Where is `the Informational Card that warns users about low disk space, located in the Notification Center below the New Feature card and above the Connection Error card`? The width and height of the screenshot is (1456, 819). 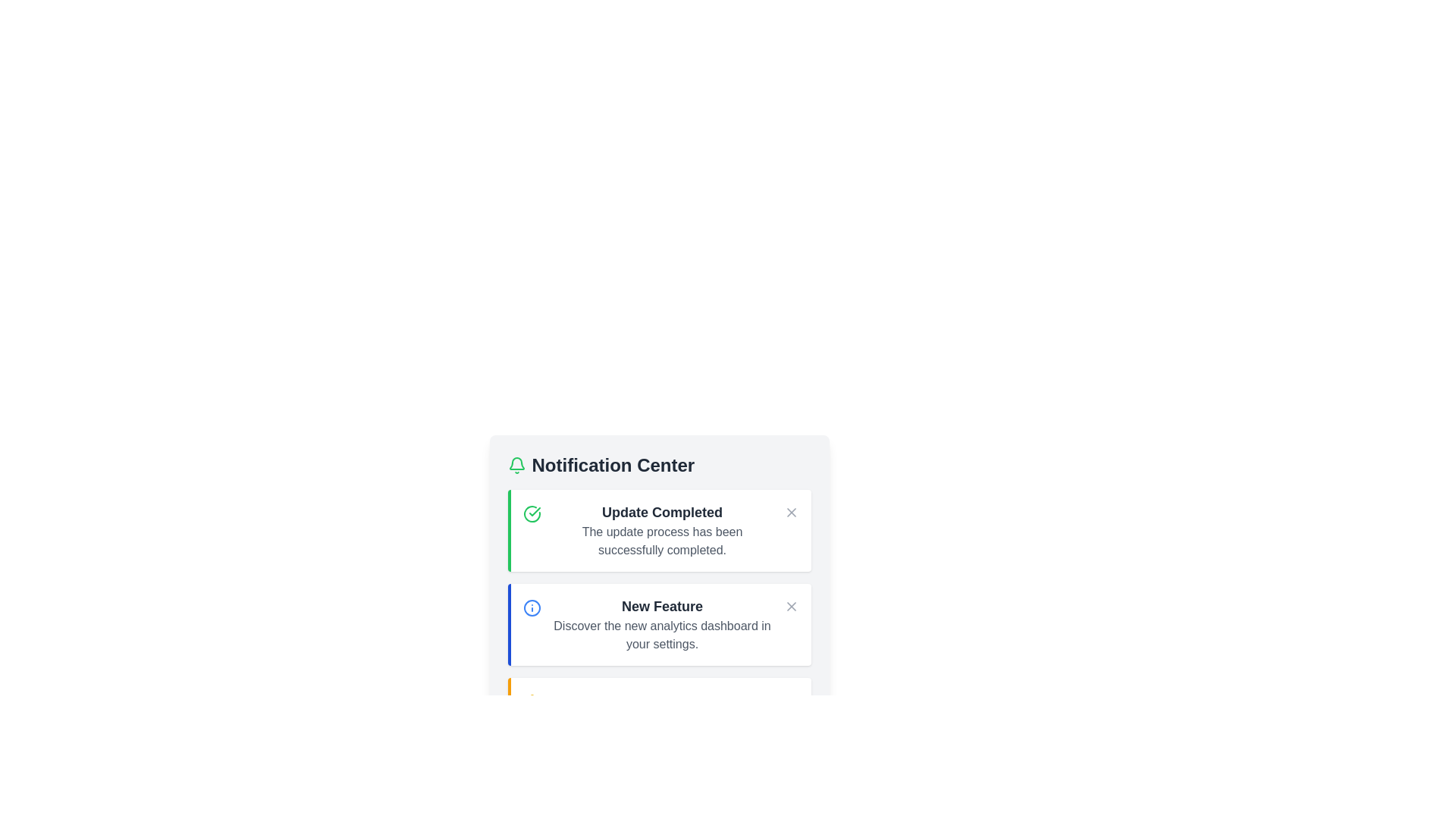
the Informational Card that warns users about low disk space, located in the Notification Center below the New Feature card and above the Connection Error card is located at coordinates (659, 718).